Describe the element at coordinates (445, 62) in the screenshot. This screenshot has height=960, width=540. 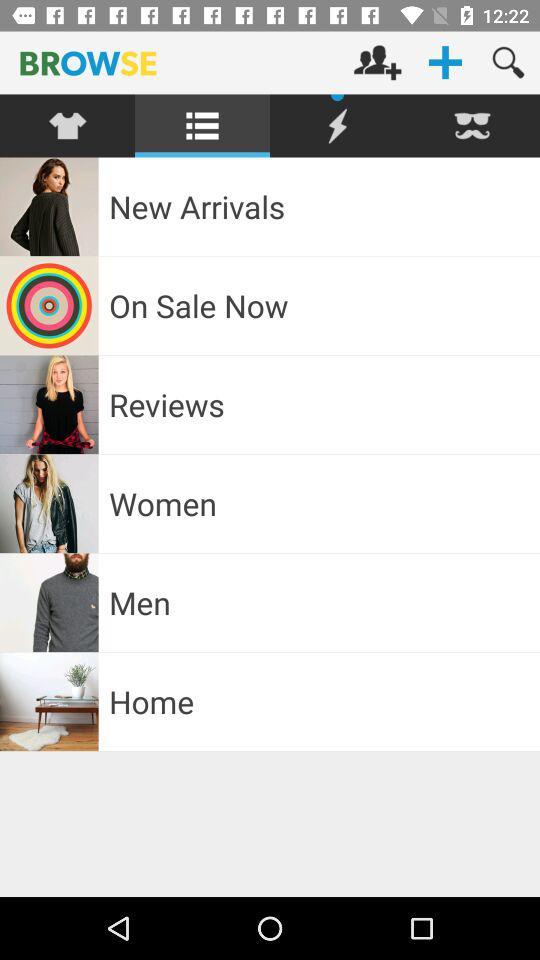
I see `the add icon` at that location.